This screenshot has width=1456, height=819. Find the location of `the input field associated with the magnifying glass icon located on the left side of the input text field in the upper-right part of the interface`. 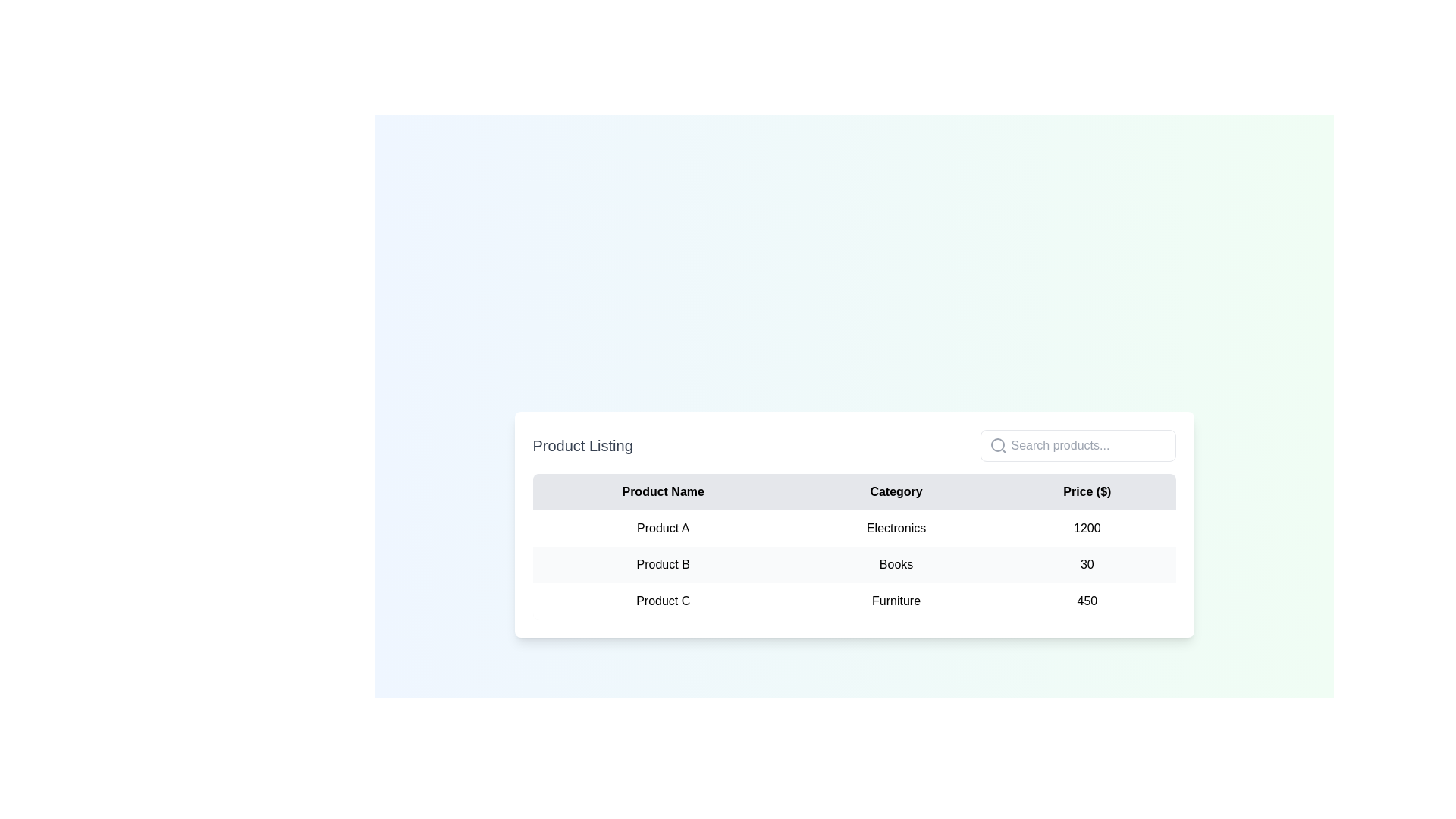

the input field associated with the magnifying glass icon located on the left side of the input text field in the upper-right part of the interface is located at coordinates (998, 444).